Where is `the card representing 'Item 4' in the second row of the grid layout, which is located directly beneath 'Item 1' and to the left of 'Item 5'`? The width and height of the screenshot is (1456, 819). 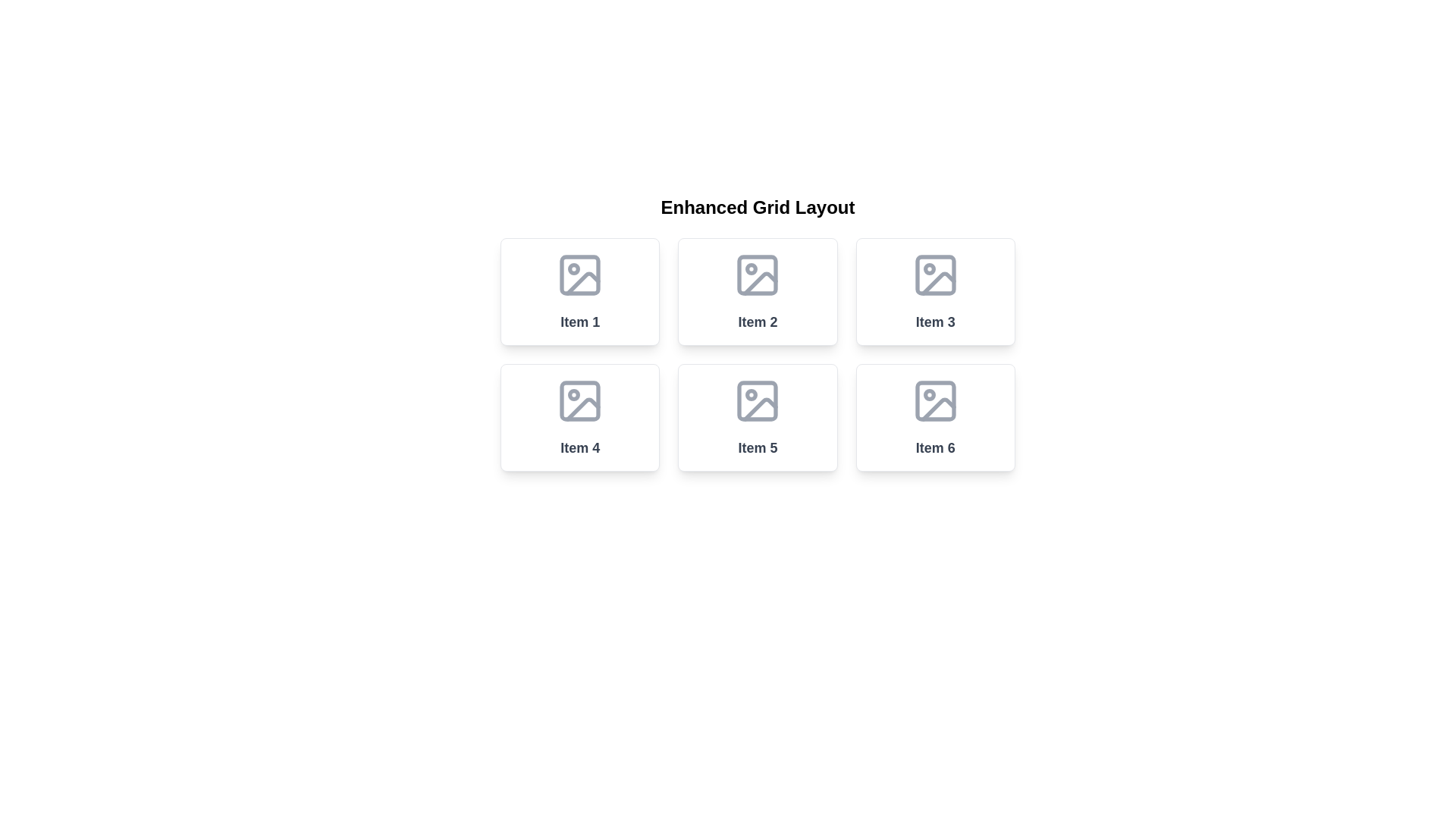 the card representing 'Item 4' in the second row of the grid layout, which is located directly beneath 'Item 1' and to the left of 'Item 5' is located at coordinates (579, 418).